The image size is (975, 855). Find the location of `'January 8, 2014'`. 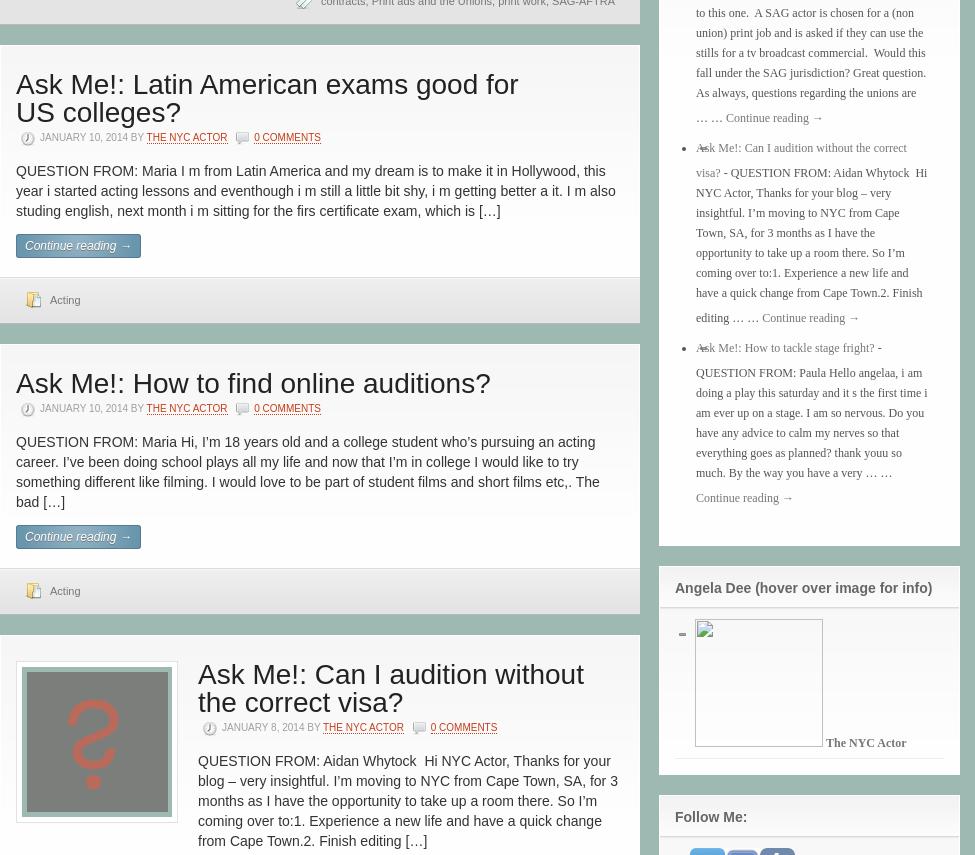

'January 8, 2014' is located at coordinates (264, 727).